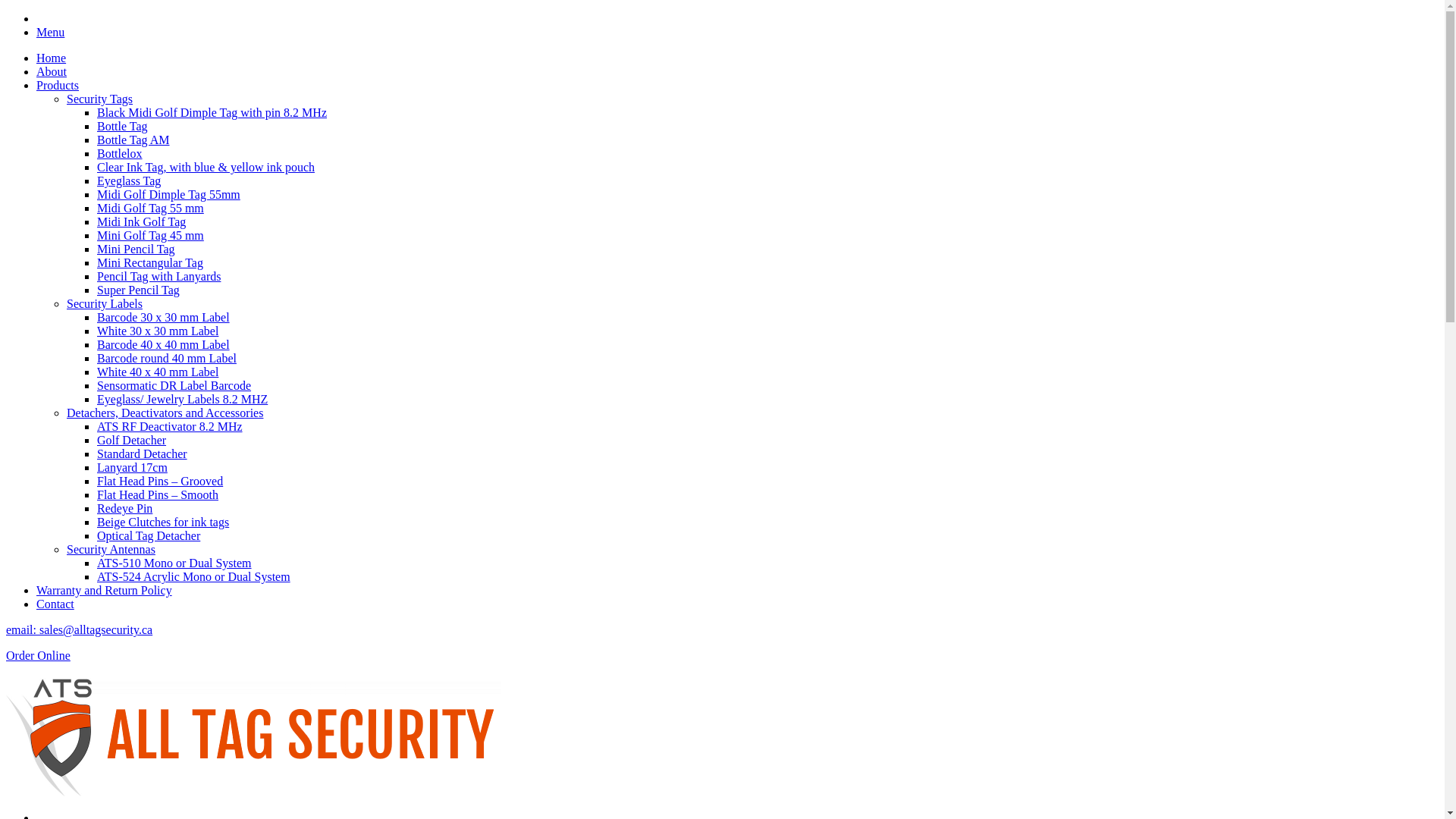  Describe the element at coordinates (157, 372) in the screenshot. I see `'White 40 x 40 mm Label'` at that location.